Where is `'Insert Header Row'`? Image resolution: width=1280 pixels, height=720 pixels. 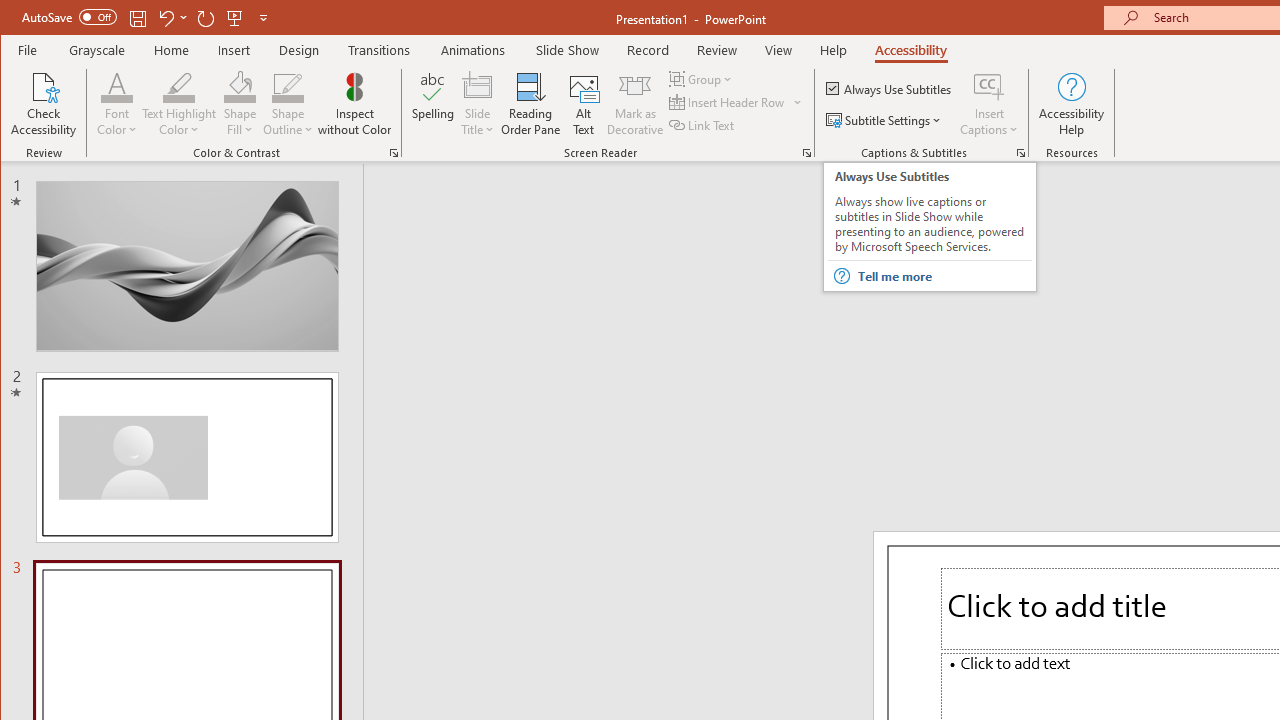 'Insert Header Row' is located at coordinates (727, 102).